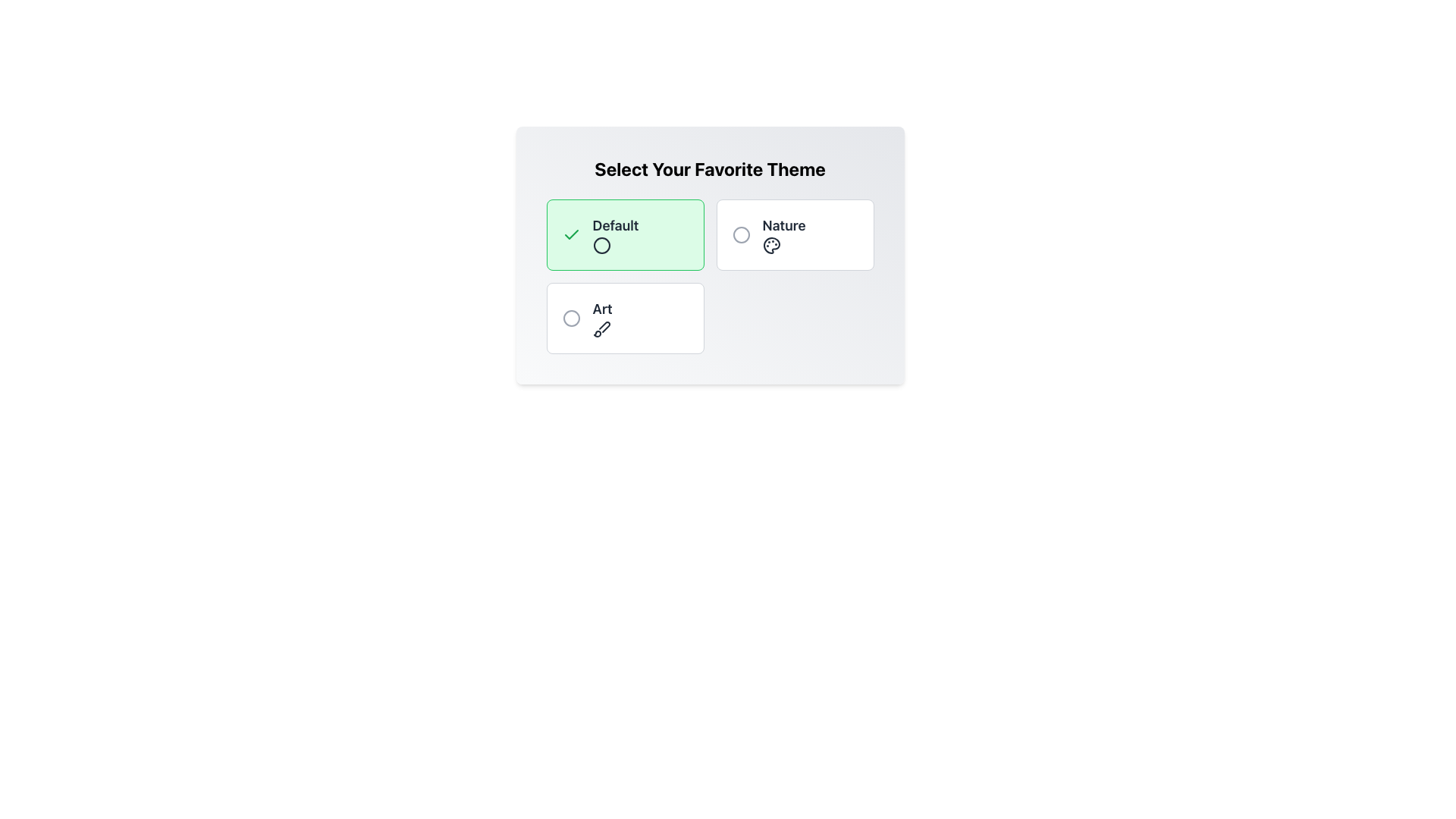 Image resolution: width=1456 pixels, height=819 pixels. Describe the element at coordinates (601, 318) in the screenshot. I see `the 'Art' theme label located in the bottom-left corner of the selection area, directly under the 'Default' option and to the left of the 'Nature' option` at that location.